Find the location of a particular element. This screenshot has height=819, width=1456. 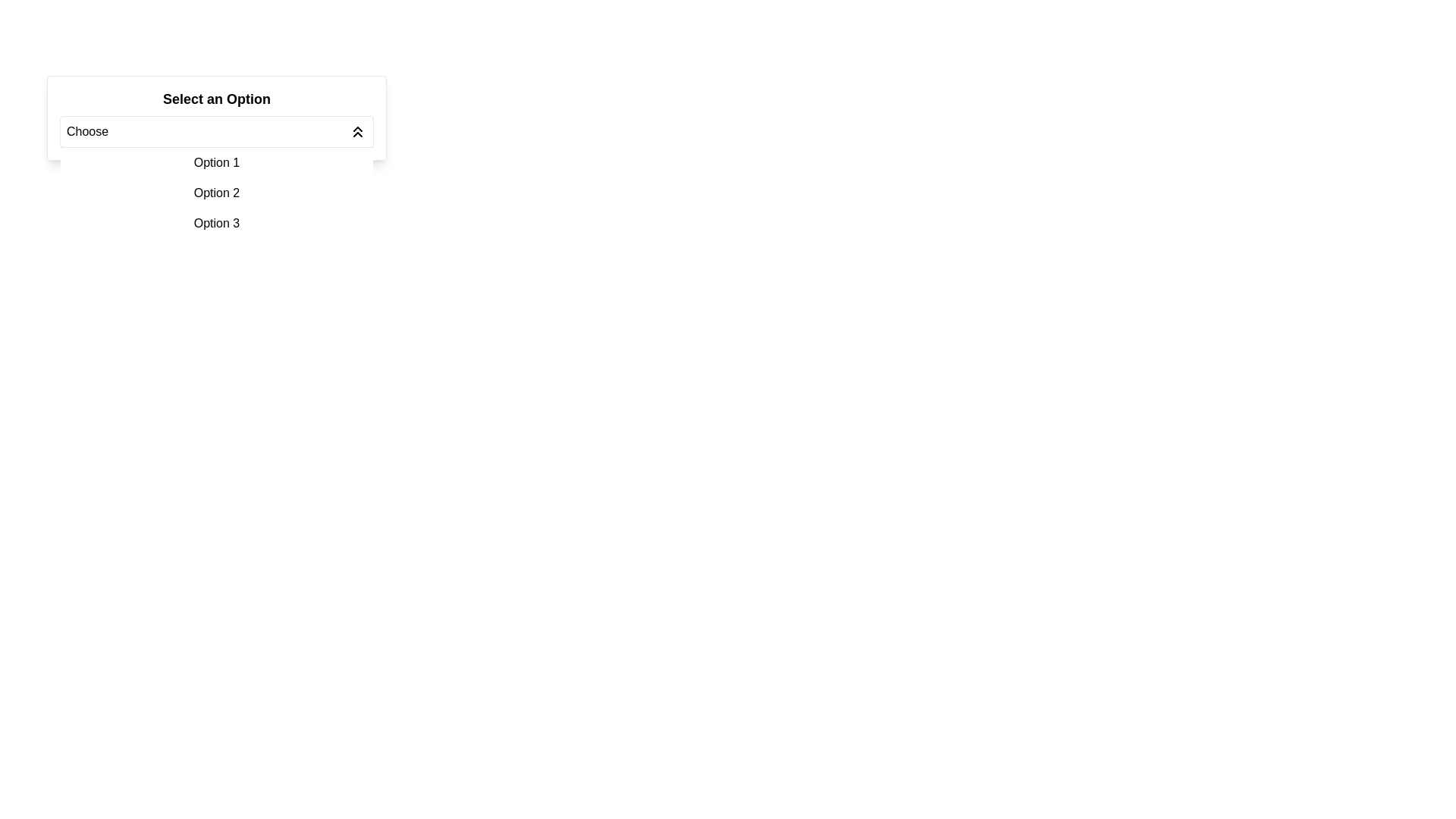

the selectable list item labeled 'Option 3' in the dropdown menu is located at coordinates (216, 223).